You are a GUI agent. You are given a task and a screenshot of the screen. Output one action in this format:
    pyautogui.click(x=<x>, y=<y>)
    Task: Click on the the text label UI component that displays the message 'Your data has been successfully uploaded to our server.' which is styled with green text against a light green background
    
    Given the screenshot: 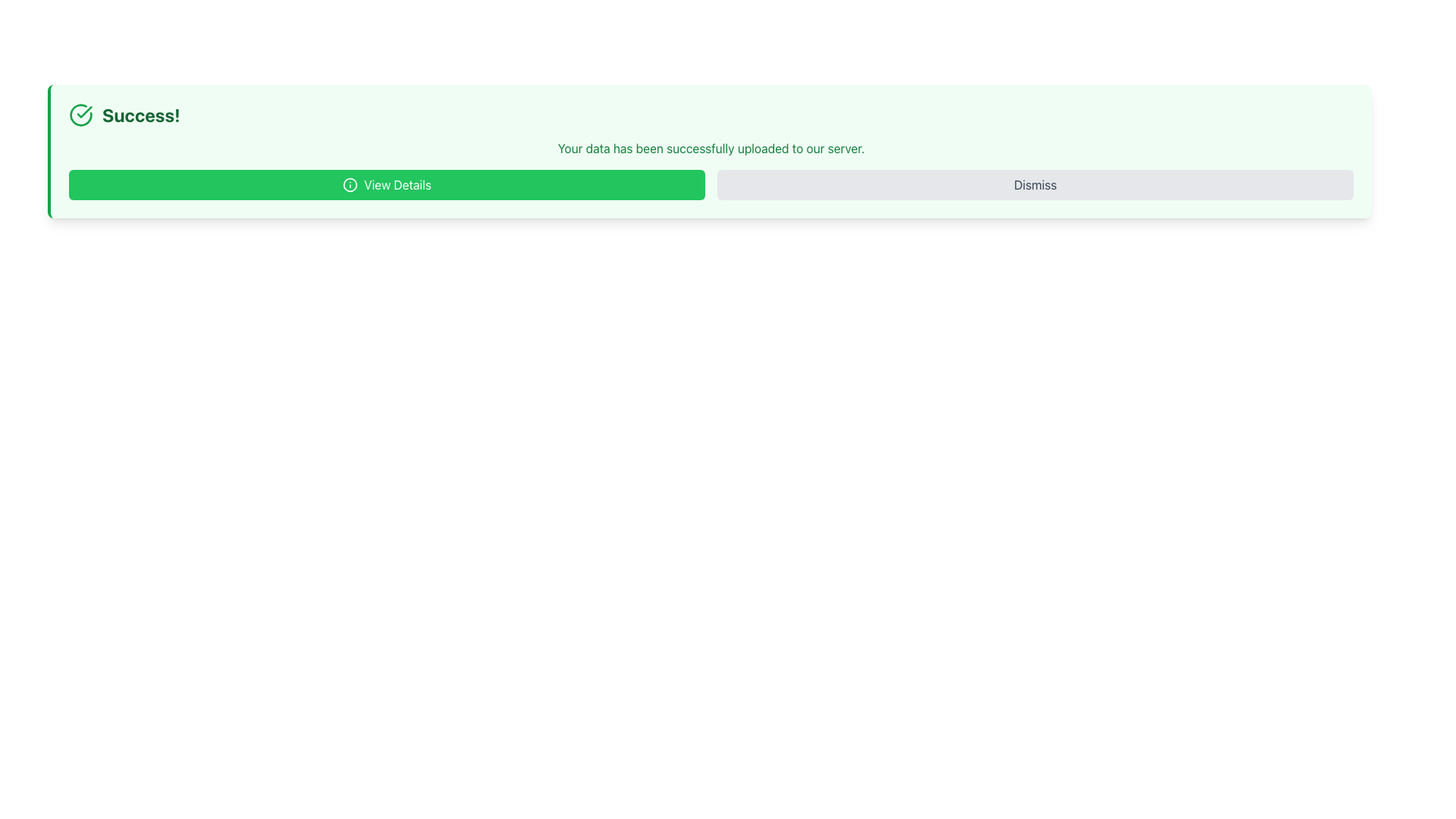 What is the action you would take?
    pyautogui.click(x=710, y=149)
    